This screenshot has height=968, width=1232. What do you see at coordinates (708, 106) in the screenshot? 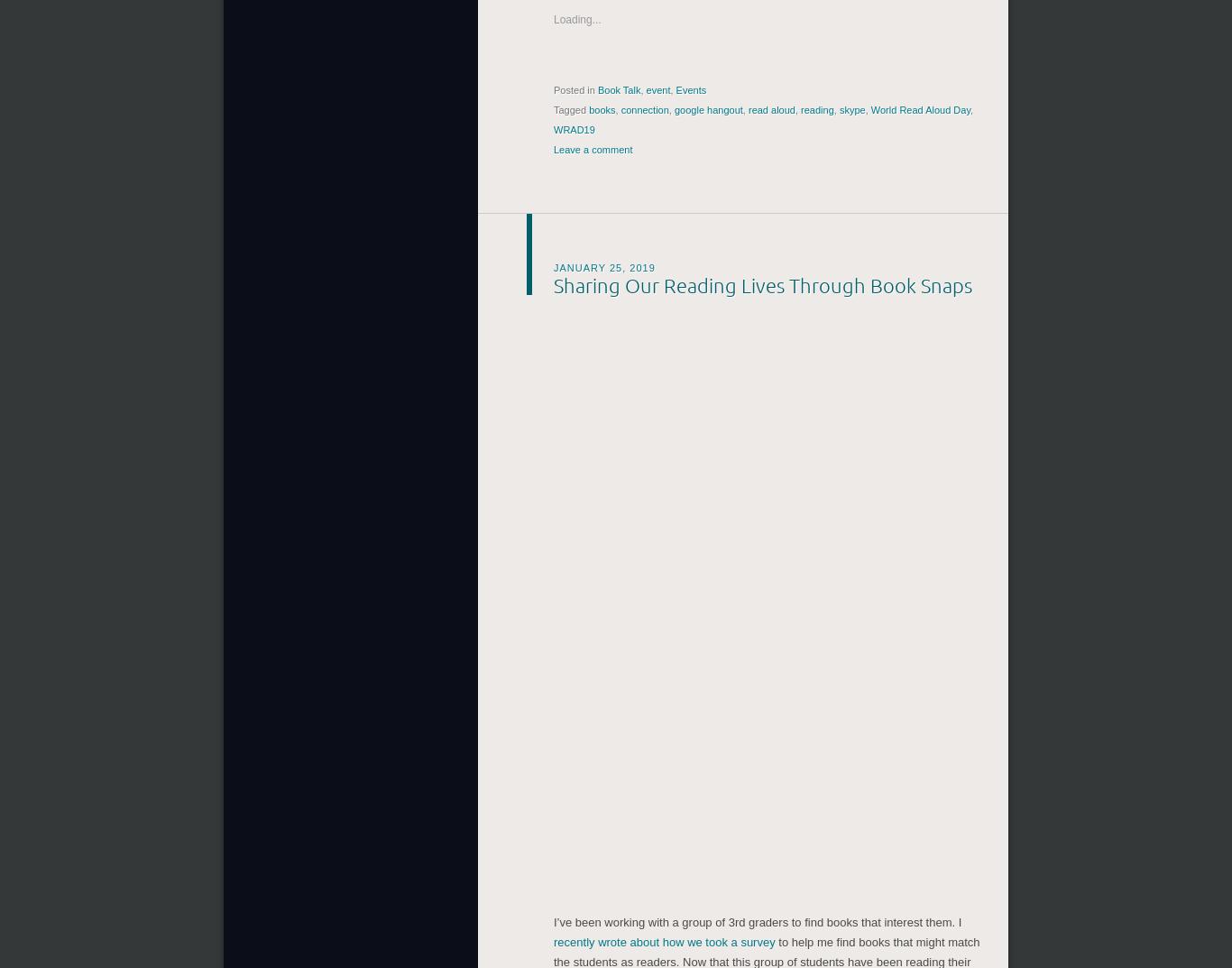
I see `'google hangout'` at bounding box center [708, 106].